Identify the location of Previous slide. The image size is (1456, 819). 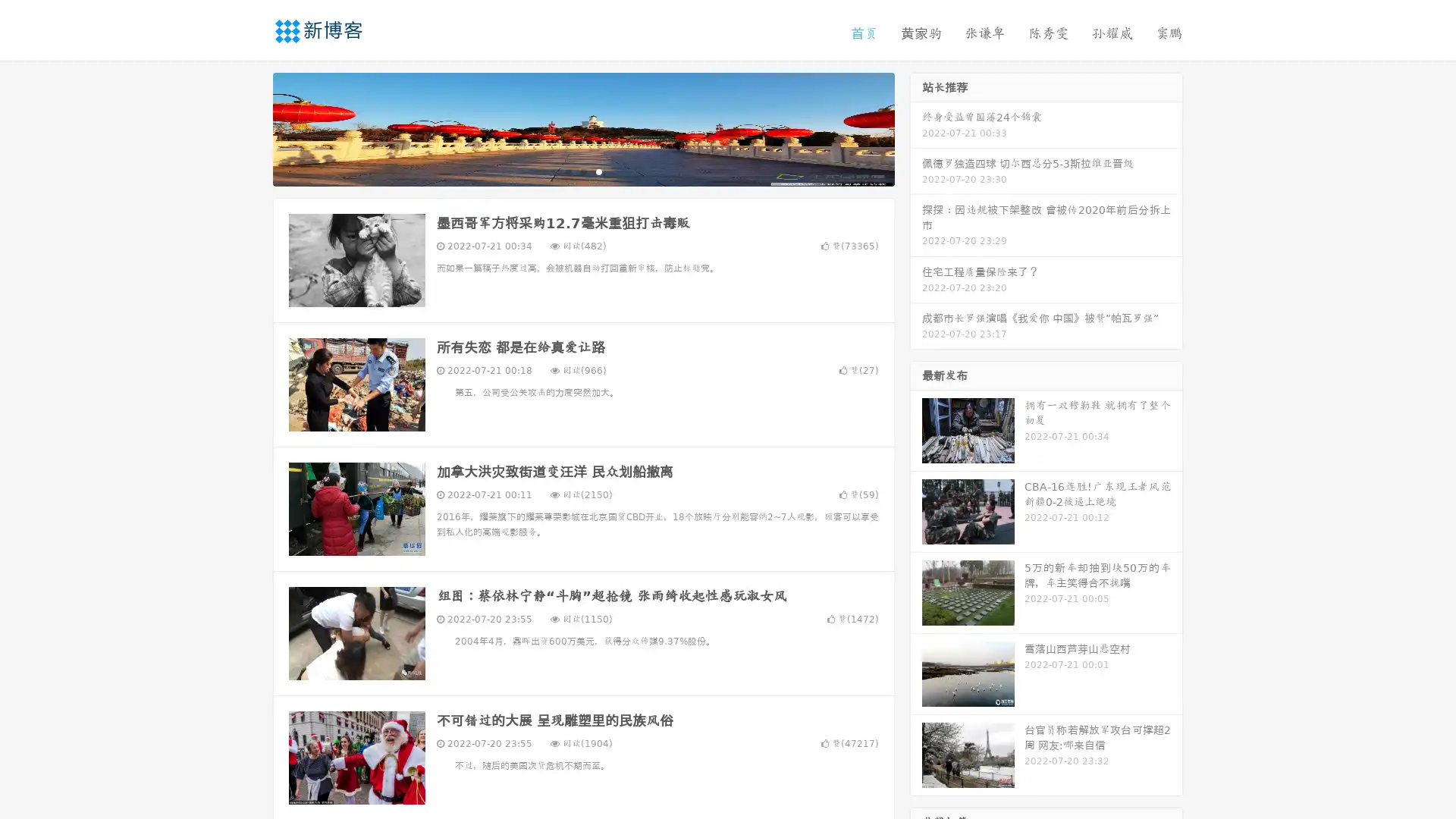
(250, 127).